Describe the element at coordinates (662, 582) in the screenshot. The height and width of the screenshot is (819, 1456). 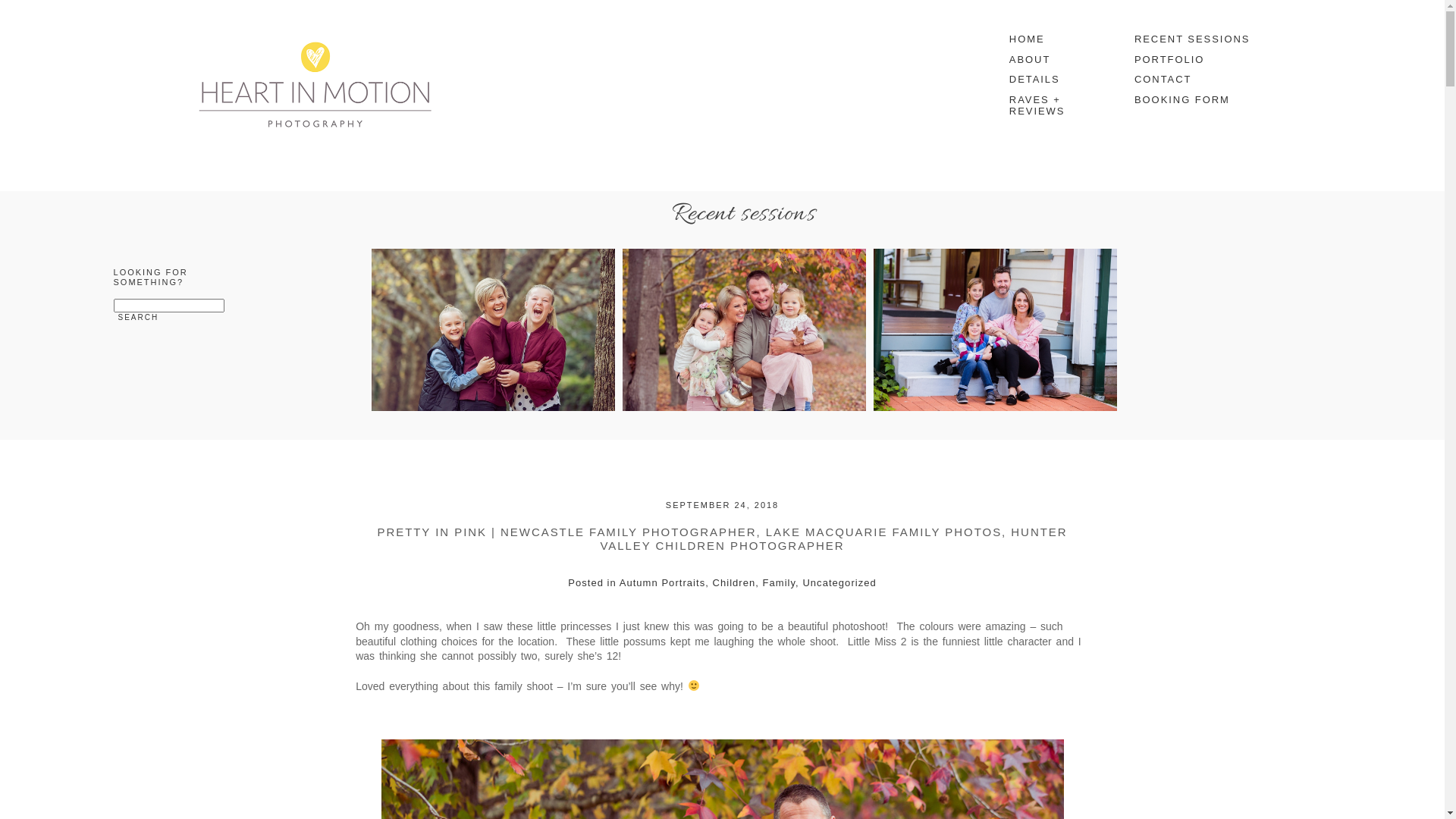
I see `'Autumn Portraits'` at that location.